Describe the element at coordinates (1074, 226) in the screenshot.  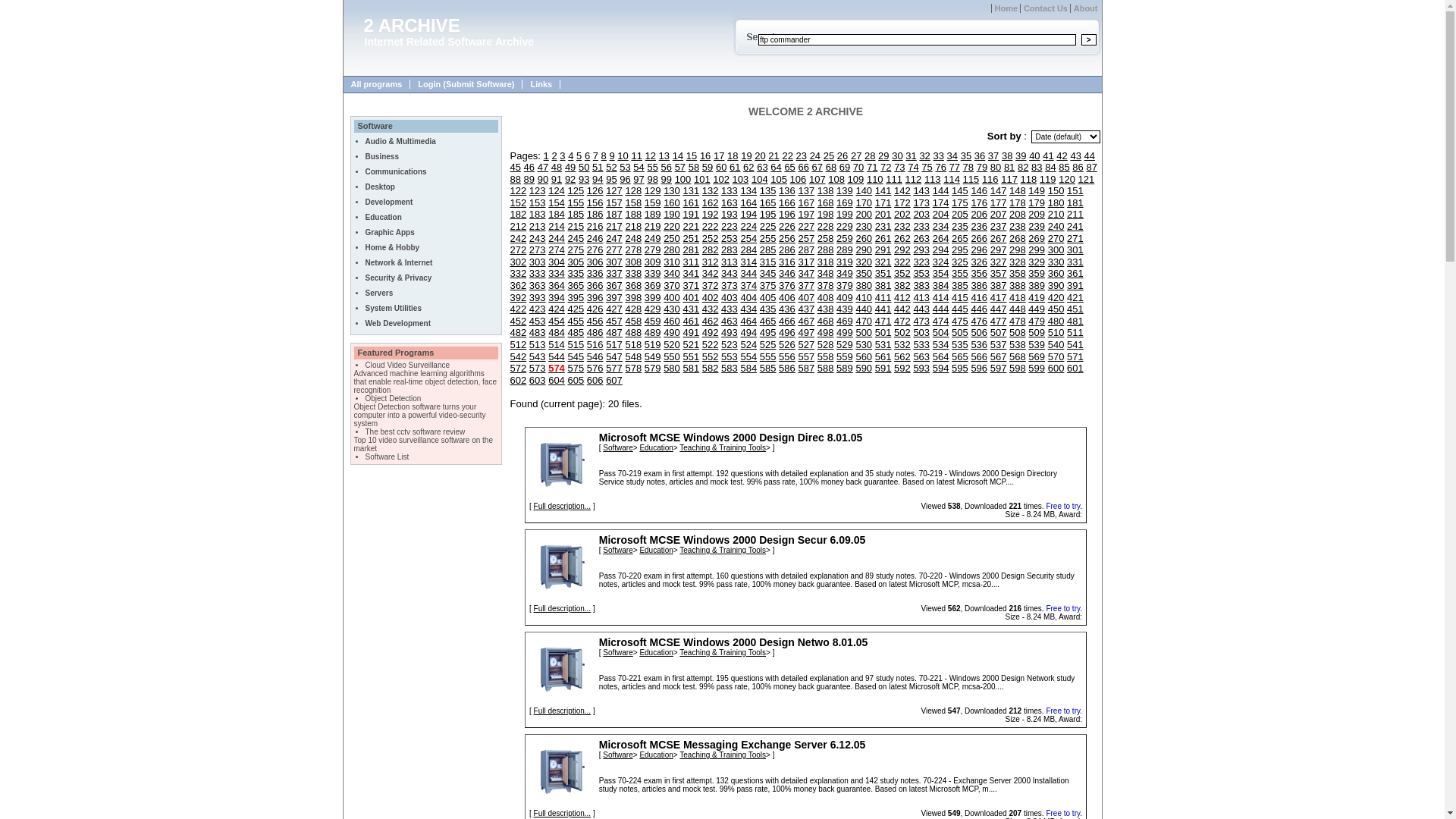
I see `'241'` at that location.